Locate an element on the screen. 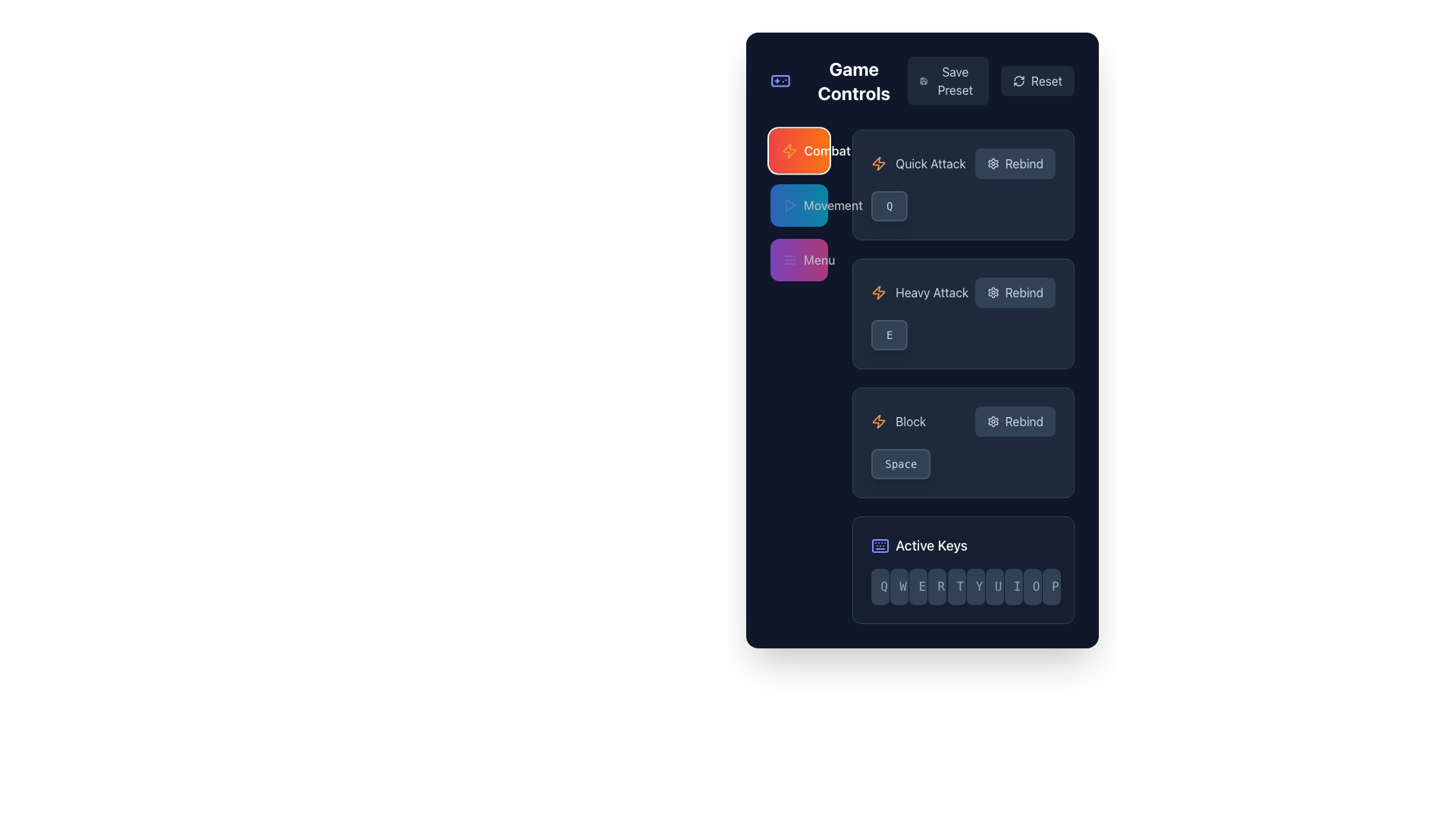 This screenshot has width=1456, height=819. the lightning bolt icon, which is orange with sharp edges, located next to the 'Combat' label in the left section of the interface is located at coordinates (879, 421).